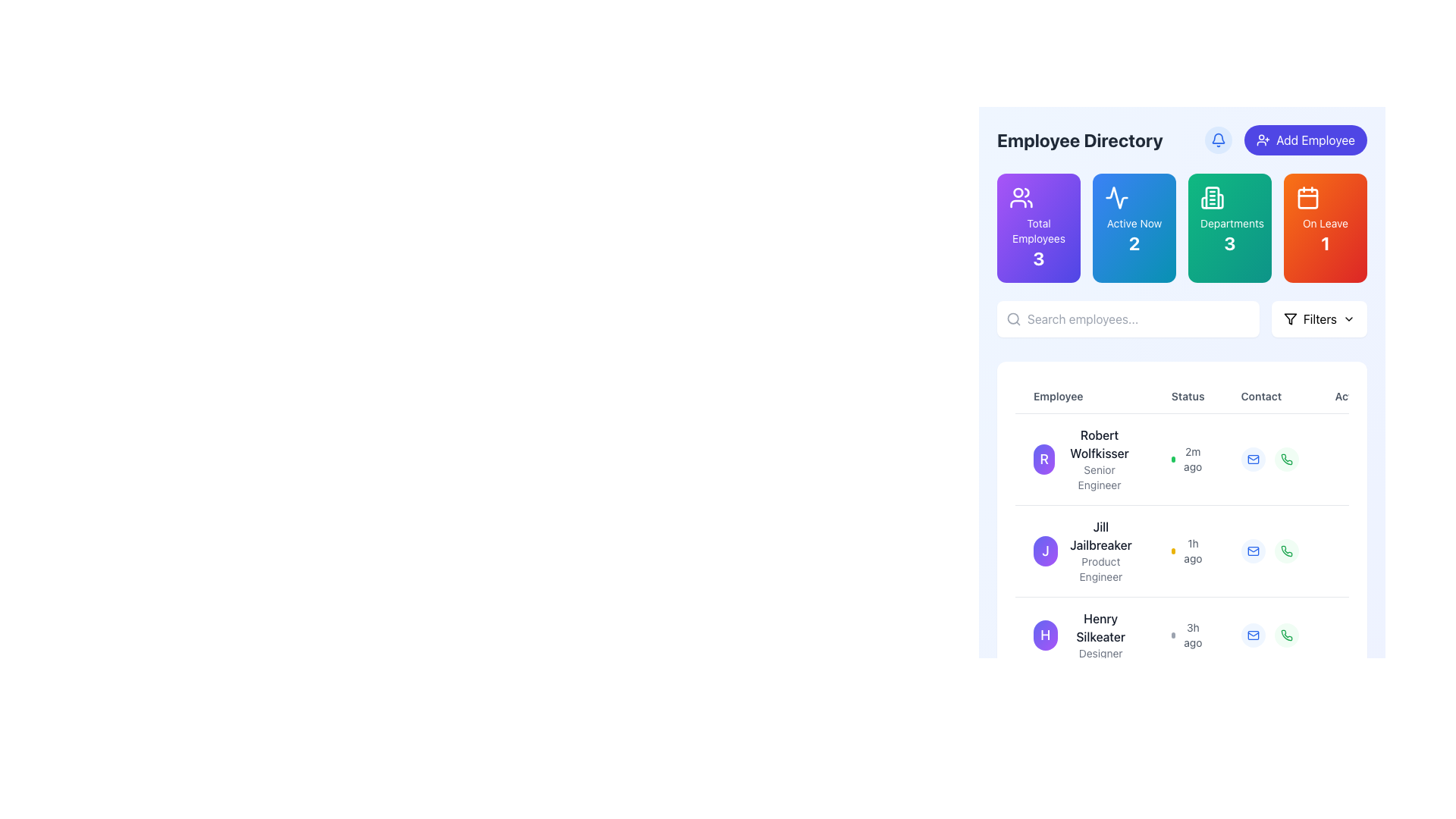  Describe the element at coordinates (1269, 396) in the screenshot. I see `the text label indicating contact information in the header row of the table, which is positioned third after 'Employee' and 'Status' columns` at that location.